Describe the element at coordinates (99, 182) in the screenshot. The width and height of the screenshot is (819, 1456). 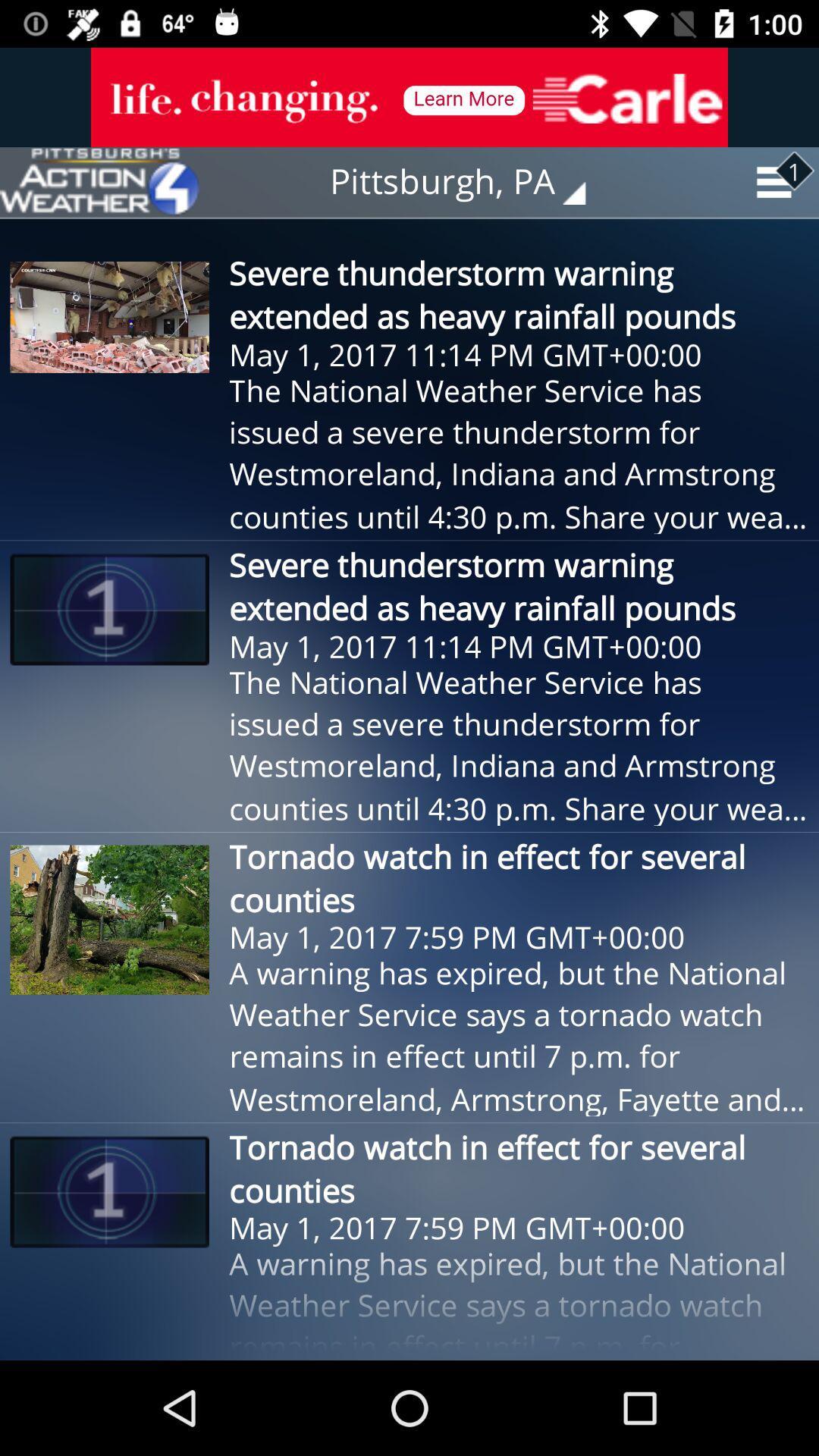
I see `the item to the left of pittsburgh, pa icon` at that location.